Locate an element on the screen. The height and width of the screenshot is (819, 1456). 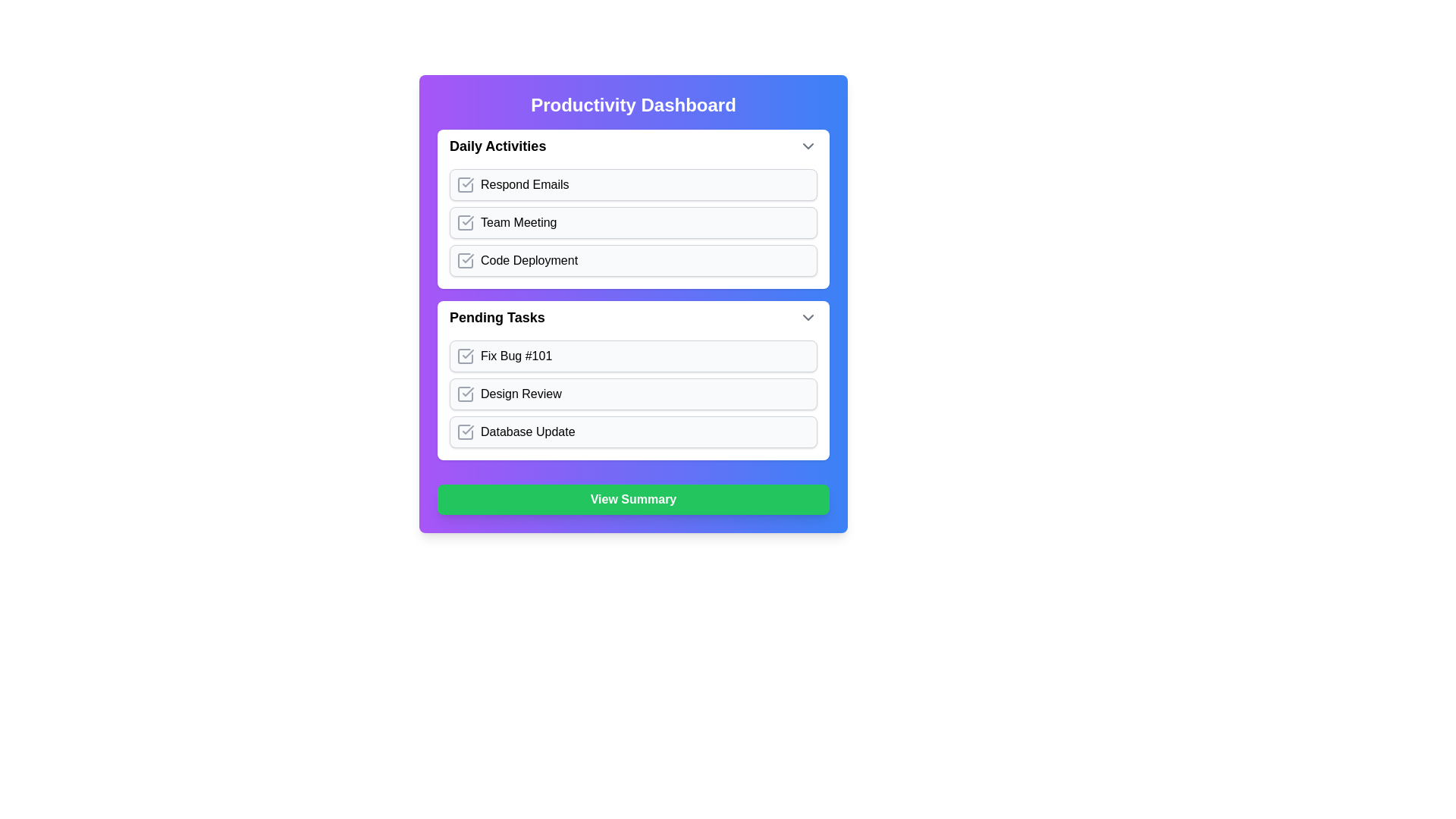
the checkbox outline located to the left of the 'Design Review' text in the second row of the 'Pending Tasks' section is located at coordinates (465, 394).